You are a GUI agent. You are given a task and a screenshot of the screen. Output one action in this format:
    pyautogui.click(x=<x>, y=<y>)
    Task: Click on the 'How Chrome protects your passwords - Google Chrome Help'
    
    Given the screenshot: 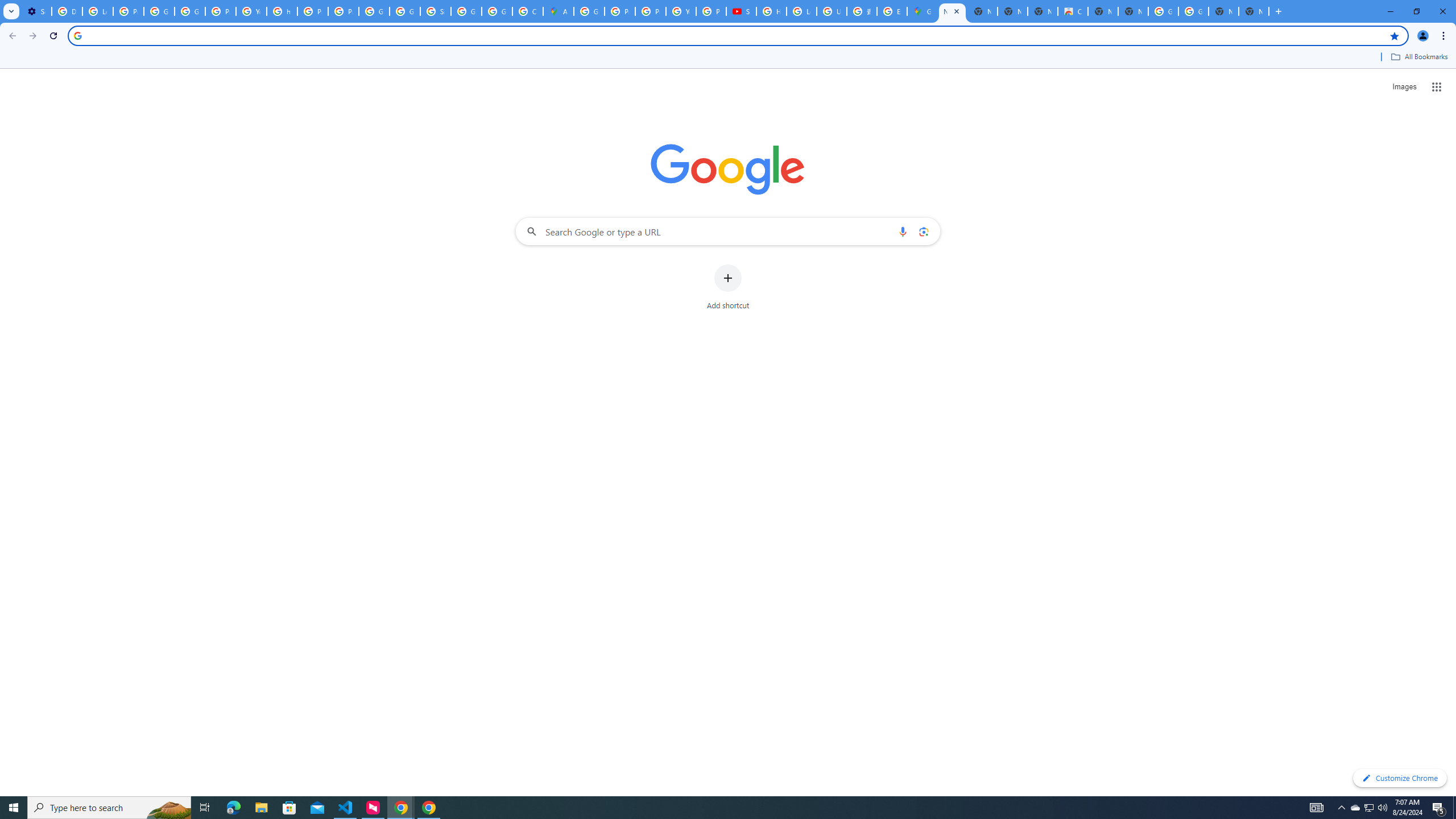 What is the action you would take?
    pyautogui.click(x=771, y=11)
    